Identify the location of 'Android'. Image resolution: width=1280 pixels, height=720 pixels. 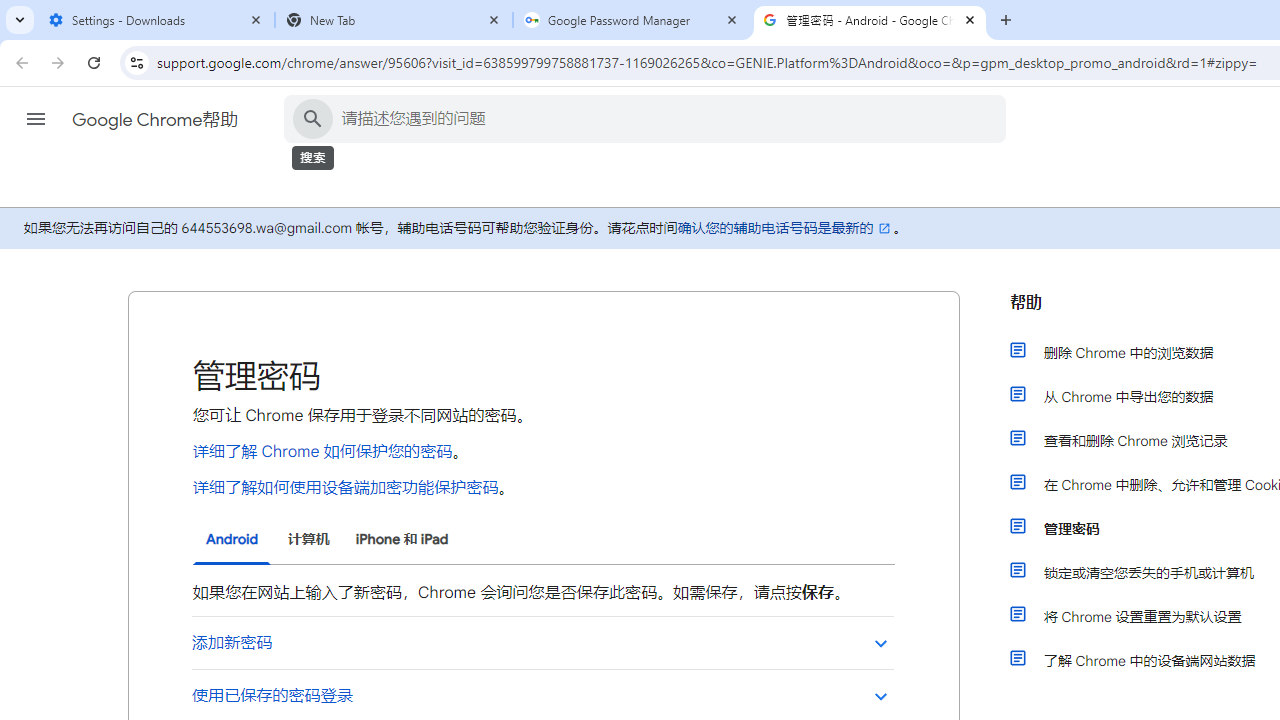
(232, 540).